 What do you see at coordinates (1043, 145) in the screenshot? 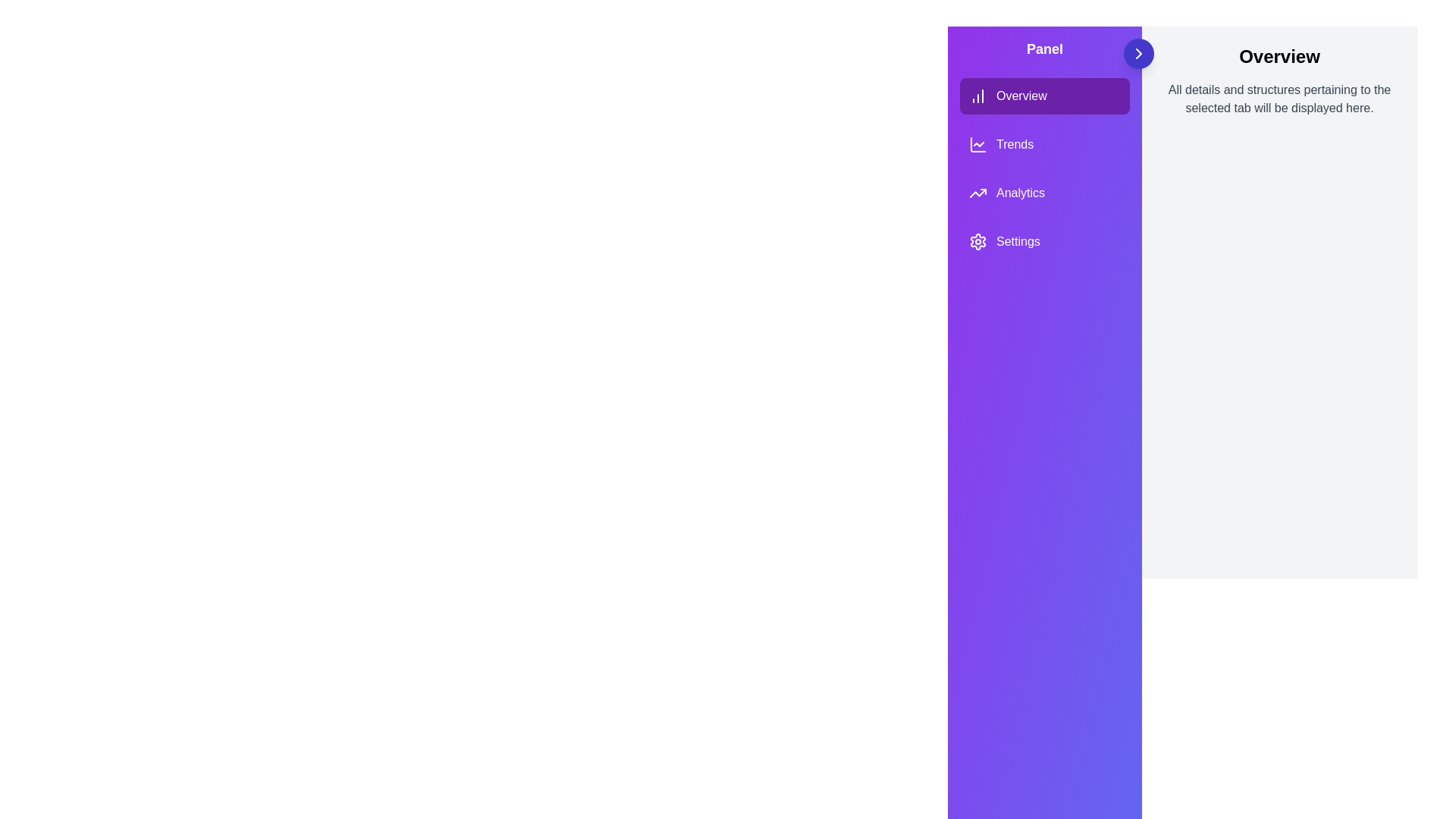
I see `the menu item labeled Trends to see its hover effect` at bounding box center [1043, 145].